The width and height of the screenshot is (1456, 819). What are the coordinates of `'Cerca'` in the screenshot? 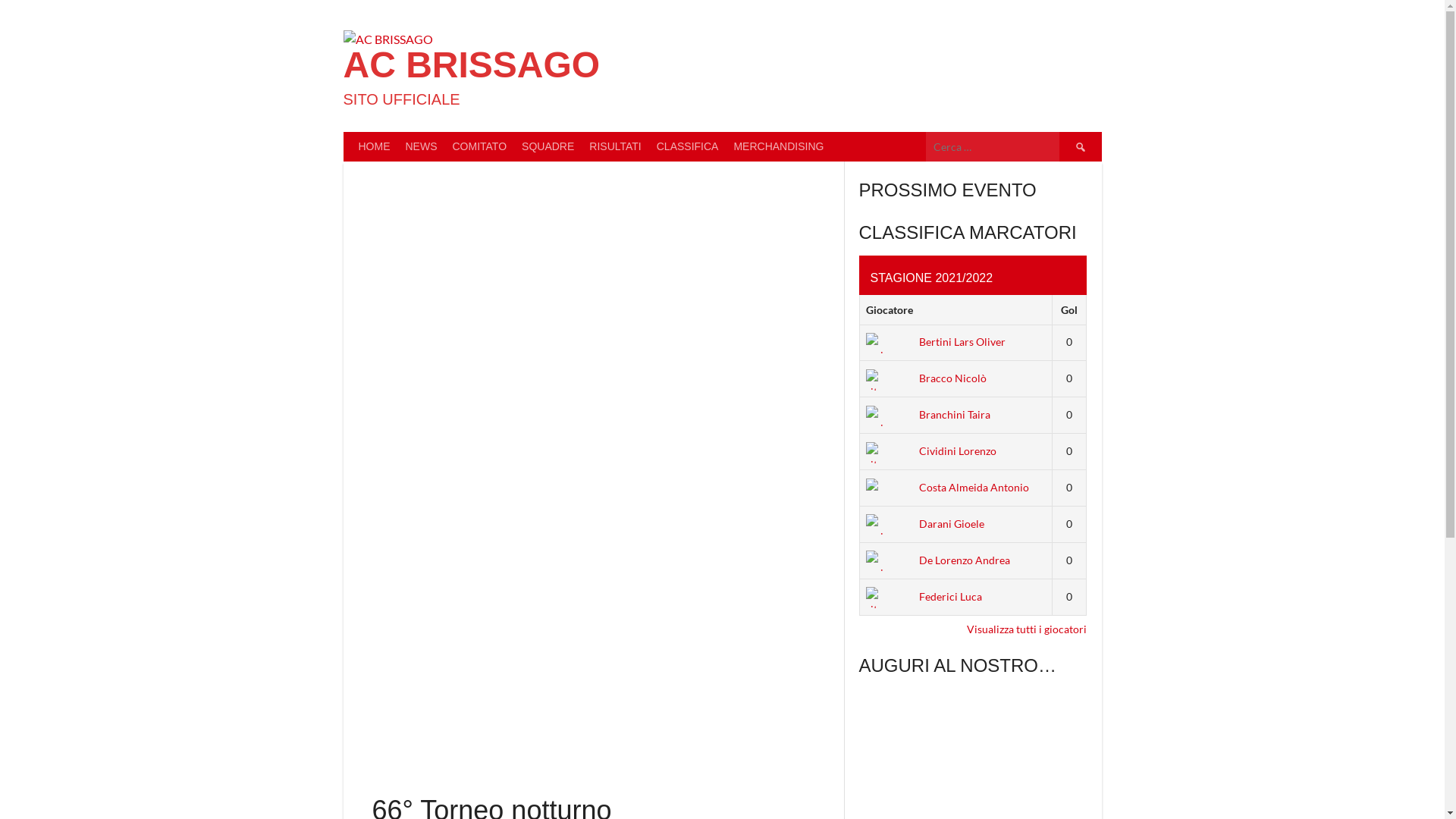 It's located at (1058, 146).